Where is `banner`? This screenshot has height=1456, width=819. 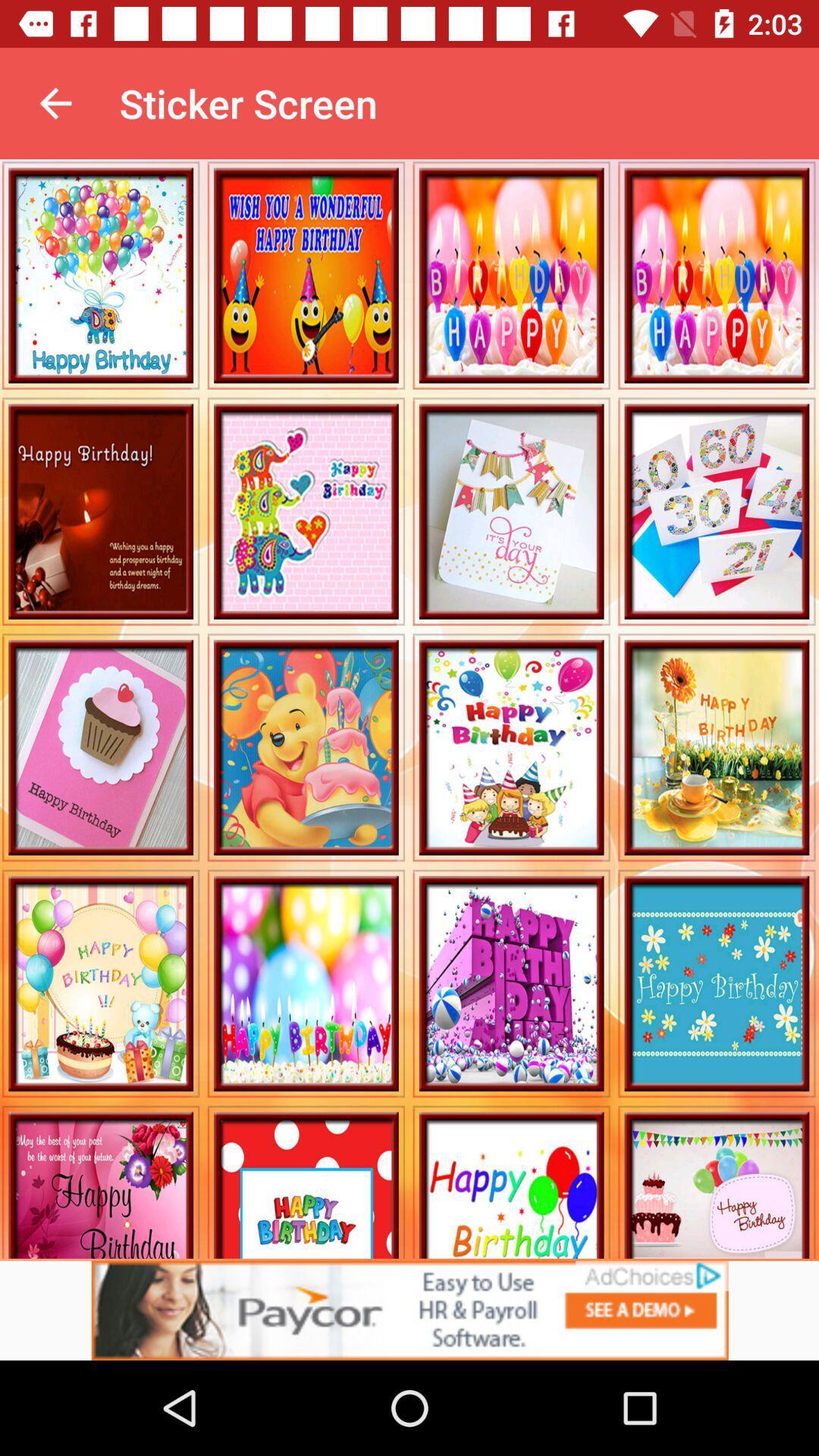
banner is located at coordinates (409, 1310).